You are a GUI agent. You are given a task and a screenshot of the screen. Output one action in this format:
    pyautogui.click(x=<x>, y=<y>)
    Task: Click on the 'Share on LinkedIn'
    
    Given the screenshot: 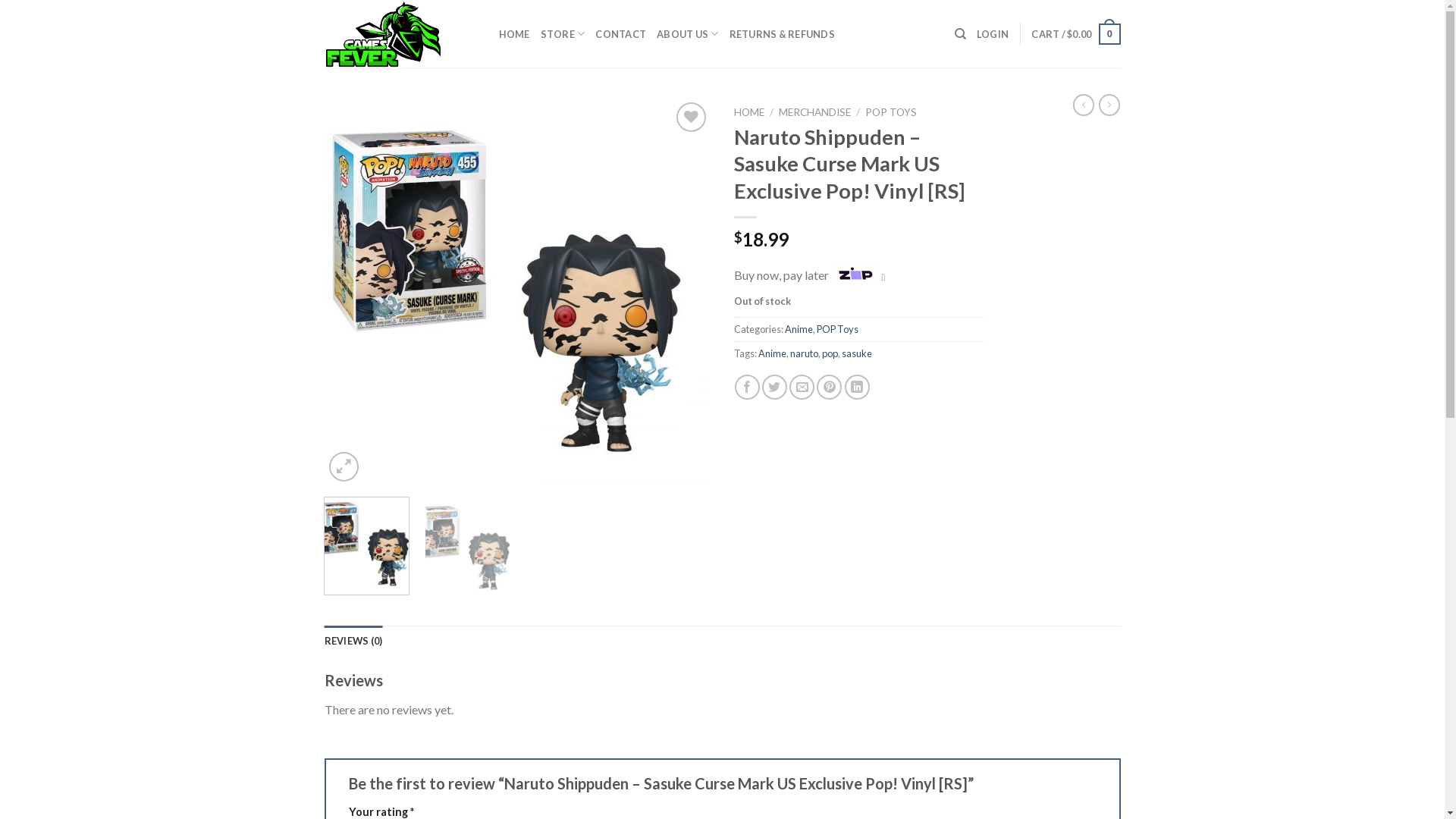 What is the action you would take?
    pyautogui.click(x=857, y=386)
    